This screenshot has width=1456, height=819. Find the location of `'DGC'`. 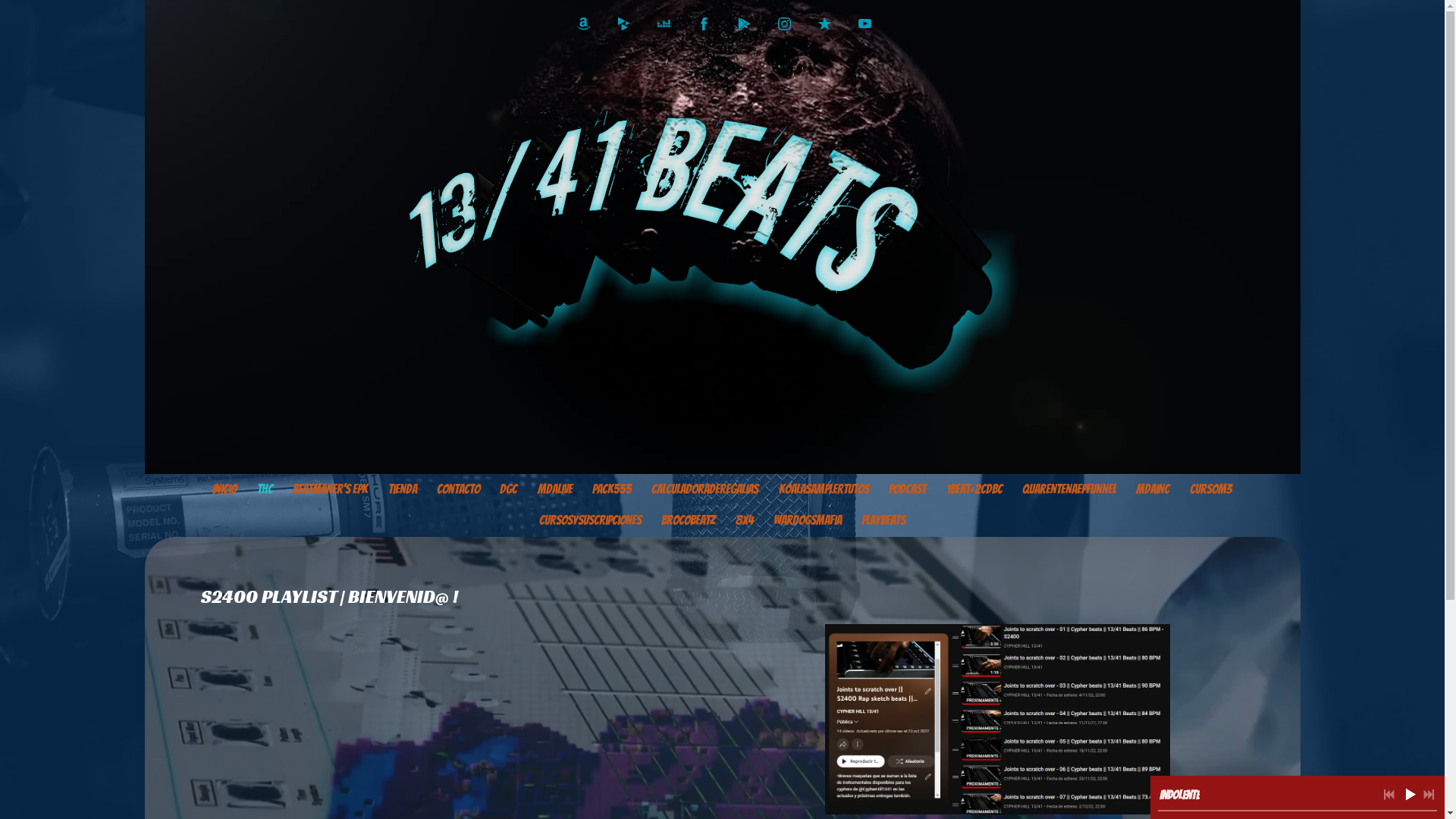

'DGC' is located at coordinates (508, 489).